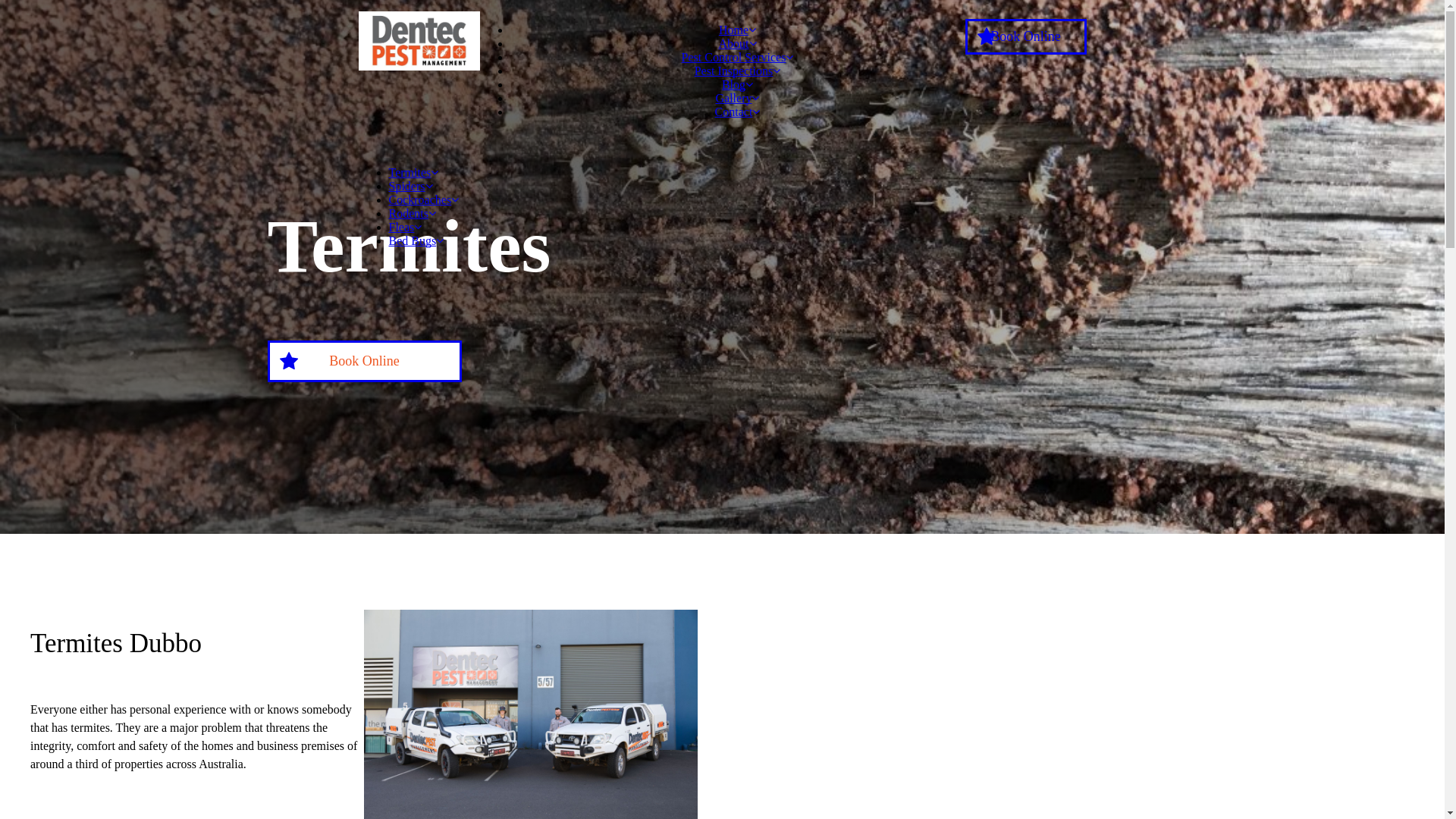 The image size is (1456, 819). Describe the element at coordinates (737, 84) in the screenshot. I see `'Blog'` at that location.